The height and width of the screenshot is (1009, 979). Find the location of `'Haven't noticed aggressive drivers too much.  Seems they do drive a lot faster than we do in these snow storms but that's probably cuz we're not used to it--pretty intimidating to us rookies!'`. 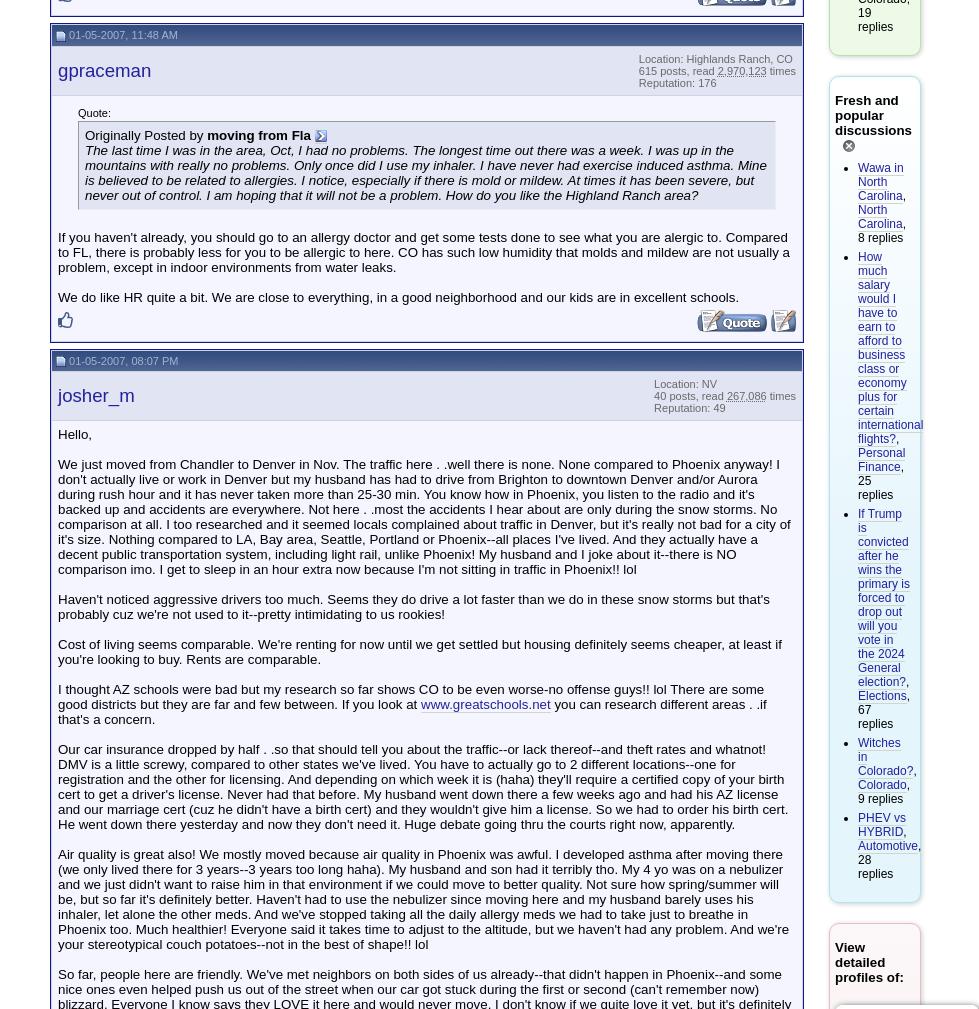

'Haven't noticed aggressive drivers too much.  Seems they do drive a lot faster than we do in these snow storms but that's probably cuz we're not used to it--pretty intimidating to us rookies!' is located at coordinates (413, 607).